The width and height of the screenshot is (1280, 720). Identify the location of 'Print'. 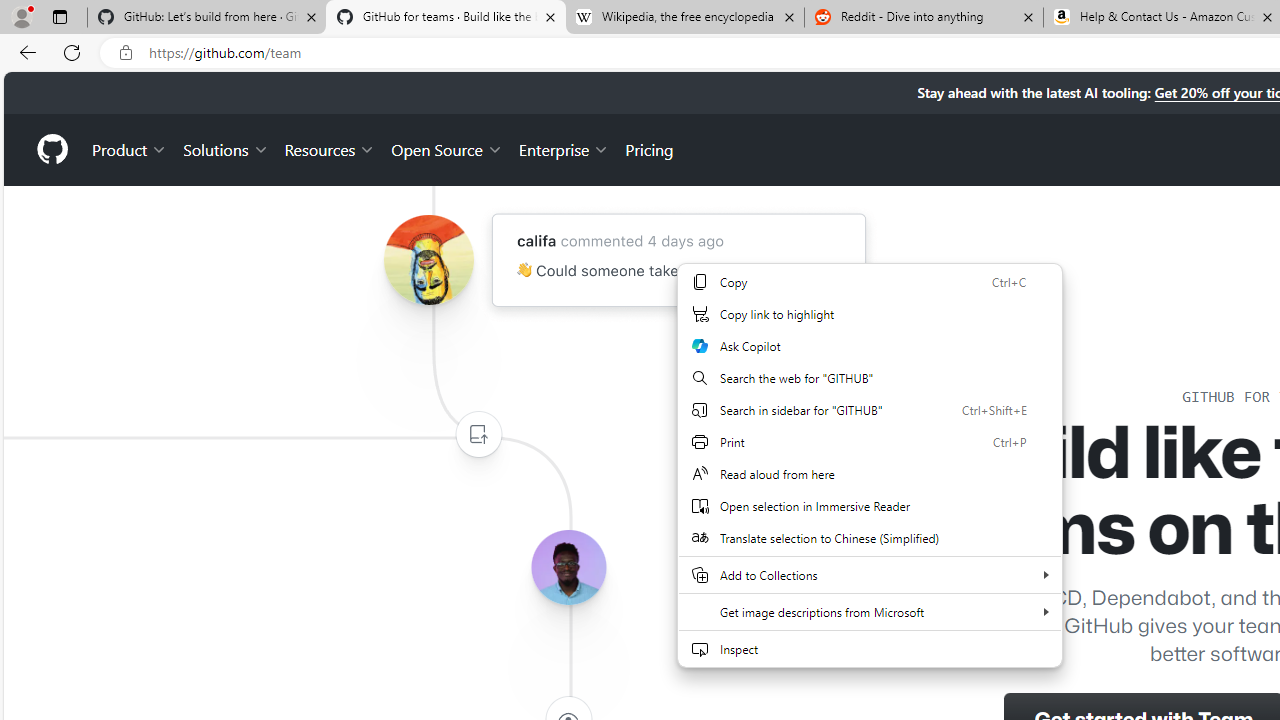
(870, 441).